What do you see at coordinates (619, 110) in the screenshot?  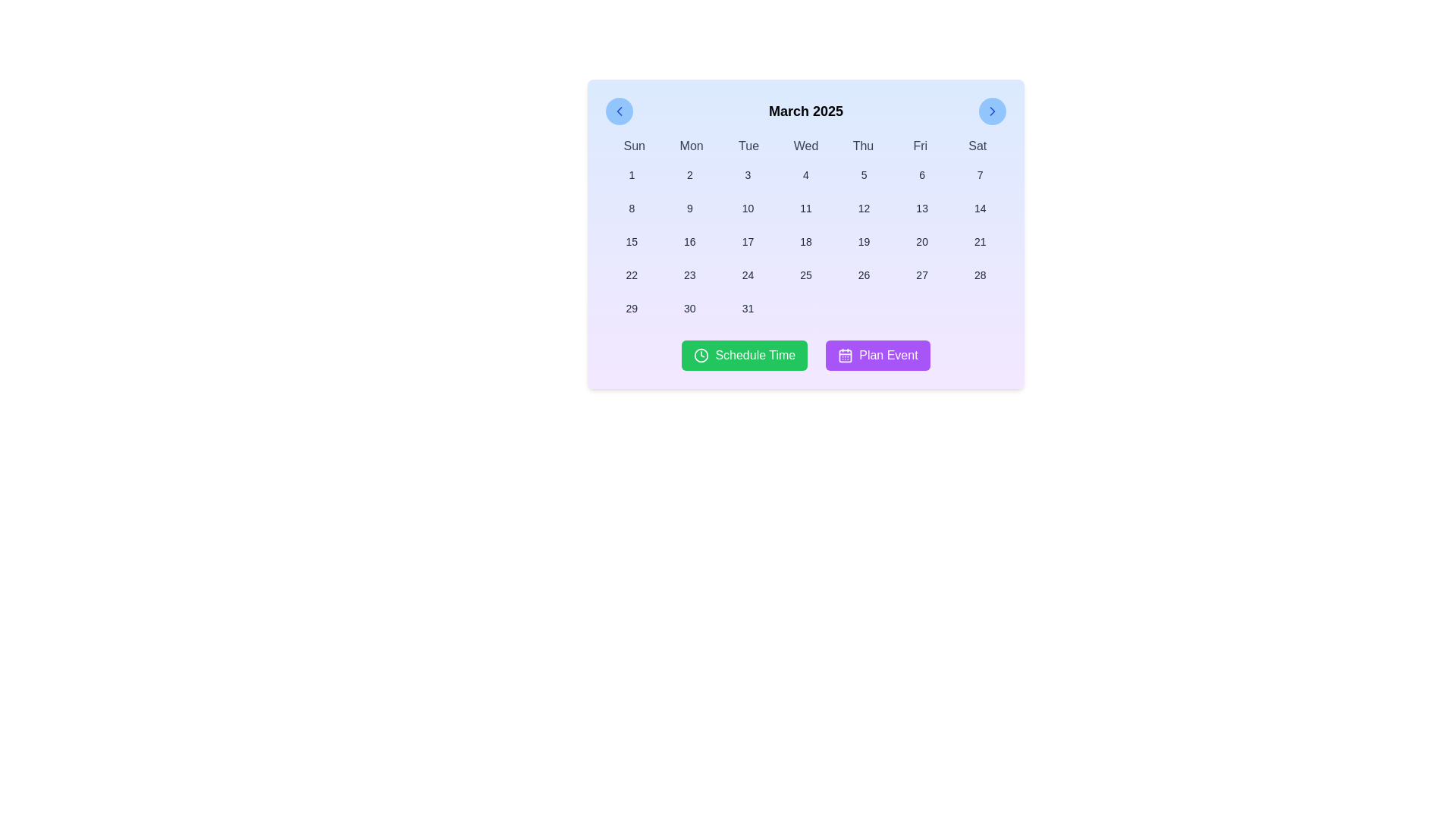 I see `the leftmost button in the calendar navigation to go back to the previous month` at bounding box center [619, 110].